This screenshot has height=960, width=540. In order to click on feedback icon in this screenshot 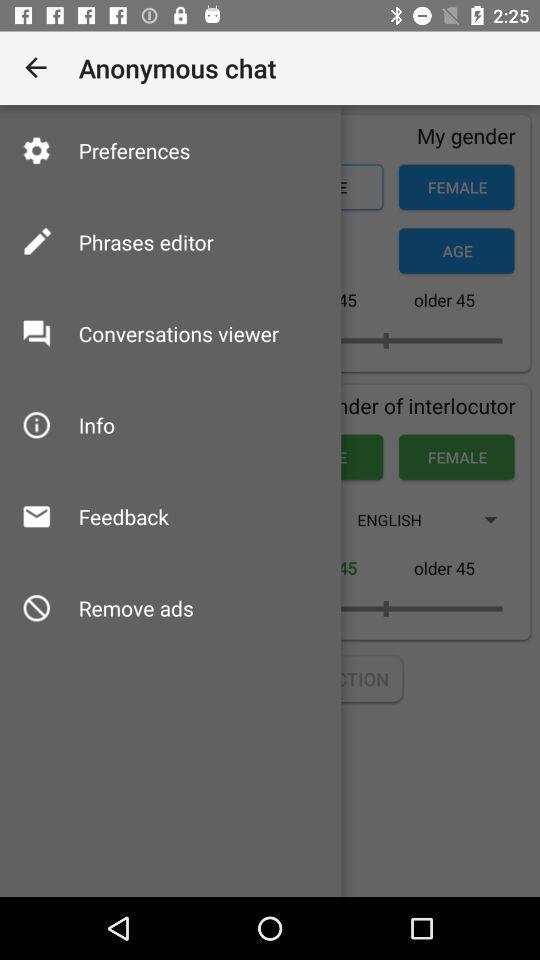, I will do `click(123, 515)`.